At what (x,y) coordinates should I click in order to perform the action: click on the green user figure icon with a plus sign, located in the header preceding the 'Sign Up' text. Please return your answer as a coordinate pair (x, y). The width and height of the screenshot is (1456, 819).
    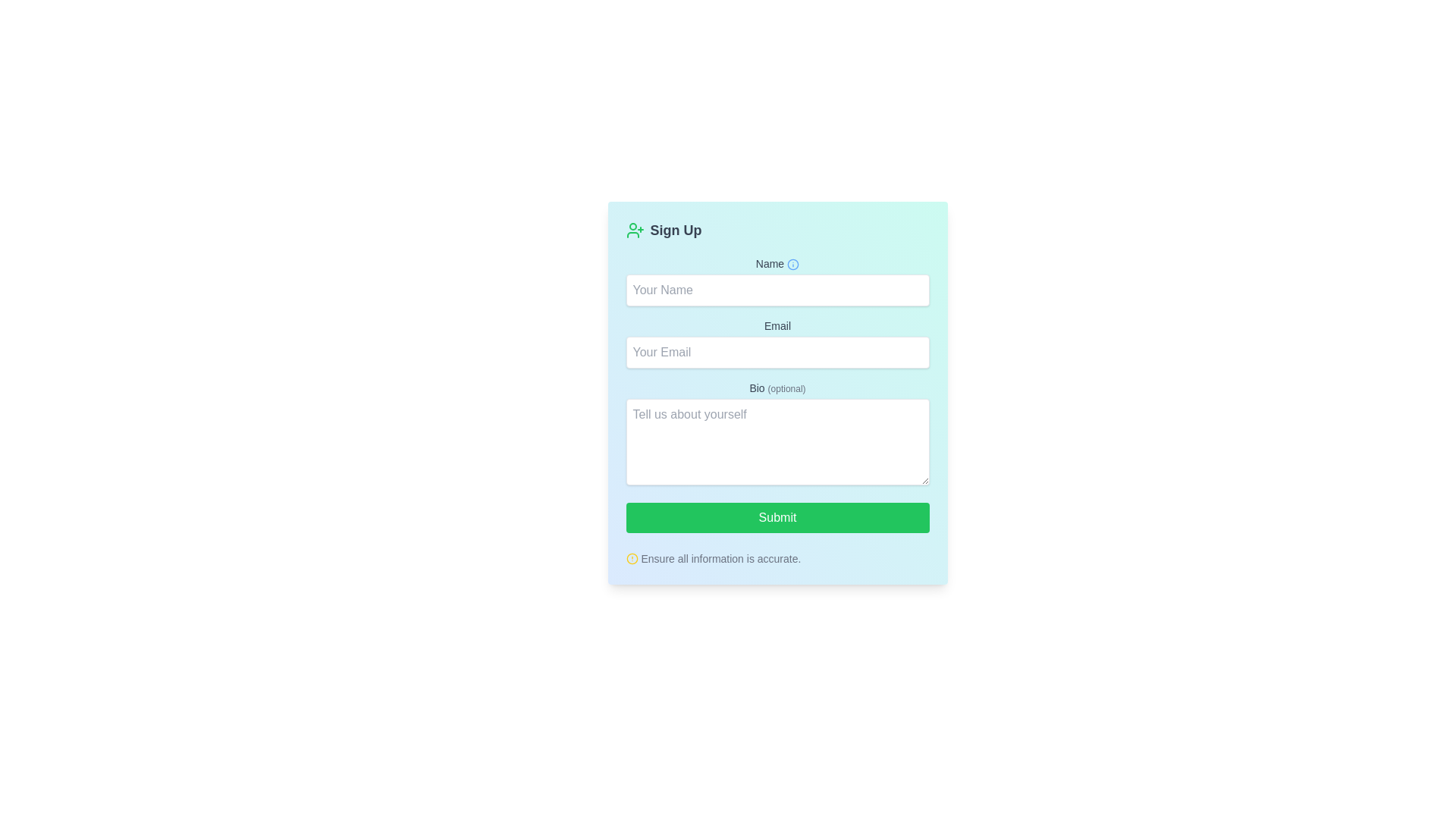
    Looking at the image, I should click on (635, 231).